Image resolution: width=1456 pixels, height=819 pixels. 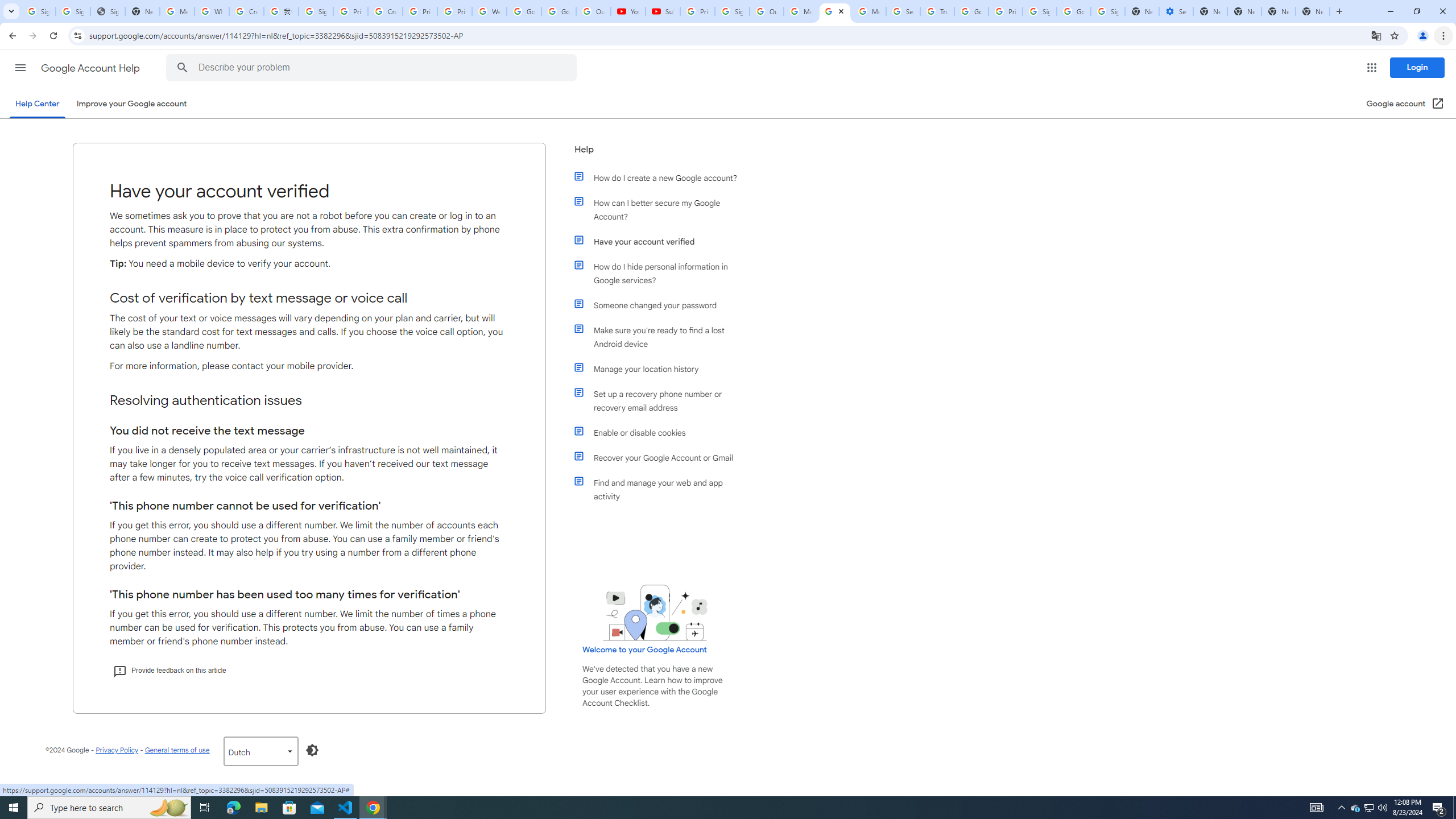 What do you see at coordinates (661, 490) in the screenshot?
I see `'Find and manage your web and app activity'` at bounding box center [661, 490].